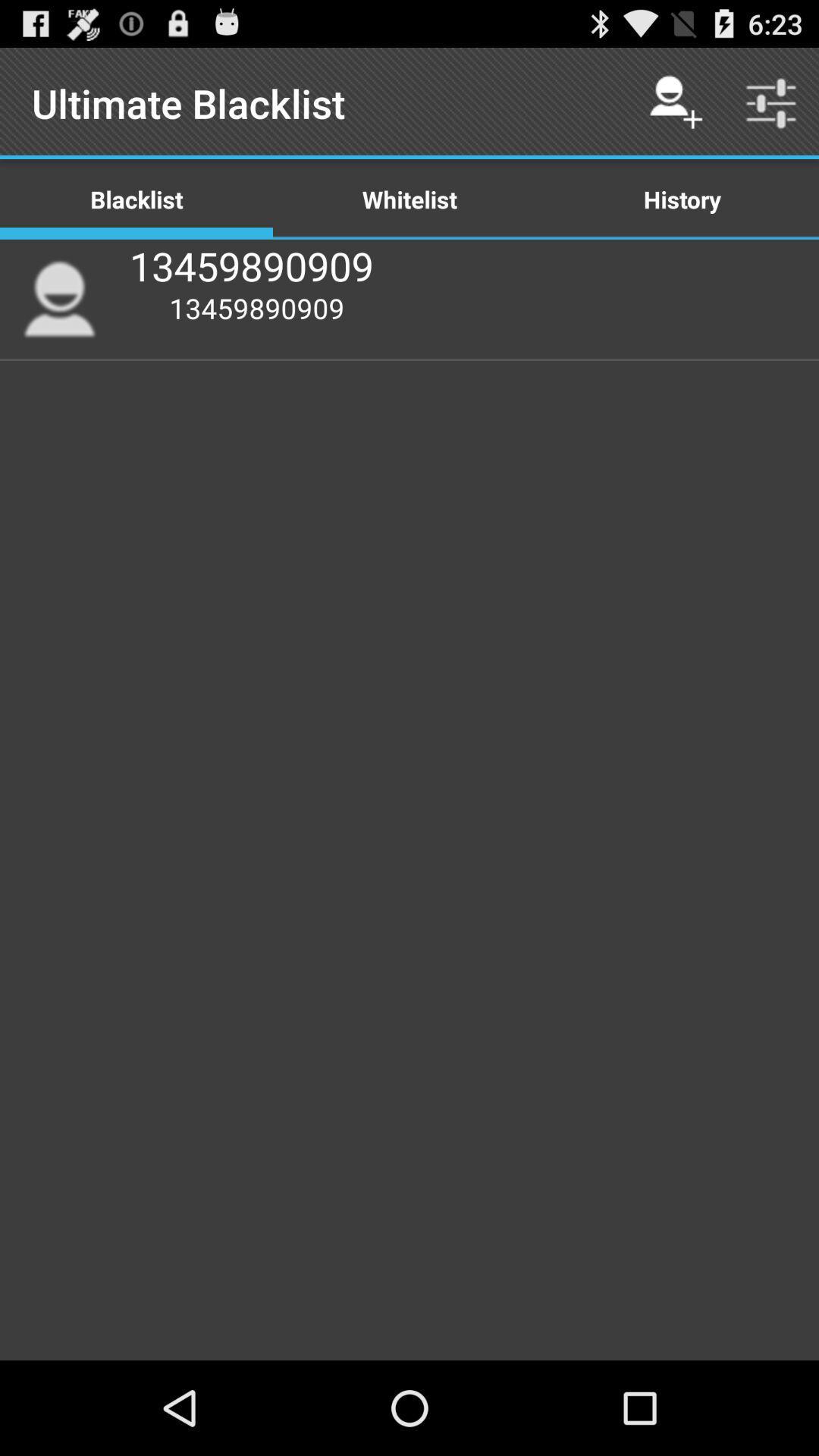 The image size is (819, 1456). Describe the element at coordinates (409, 198) in the screenshot. I see `the whitelist item` at that location.